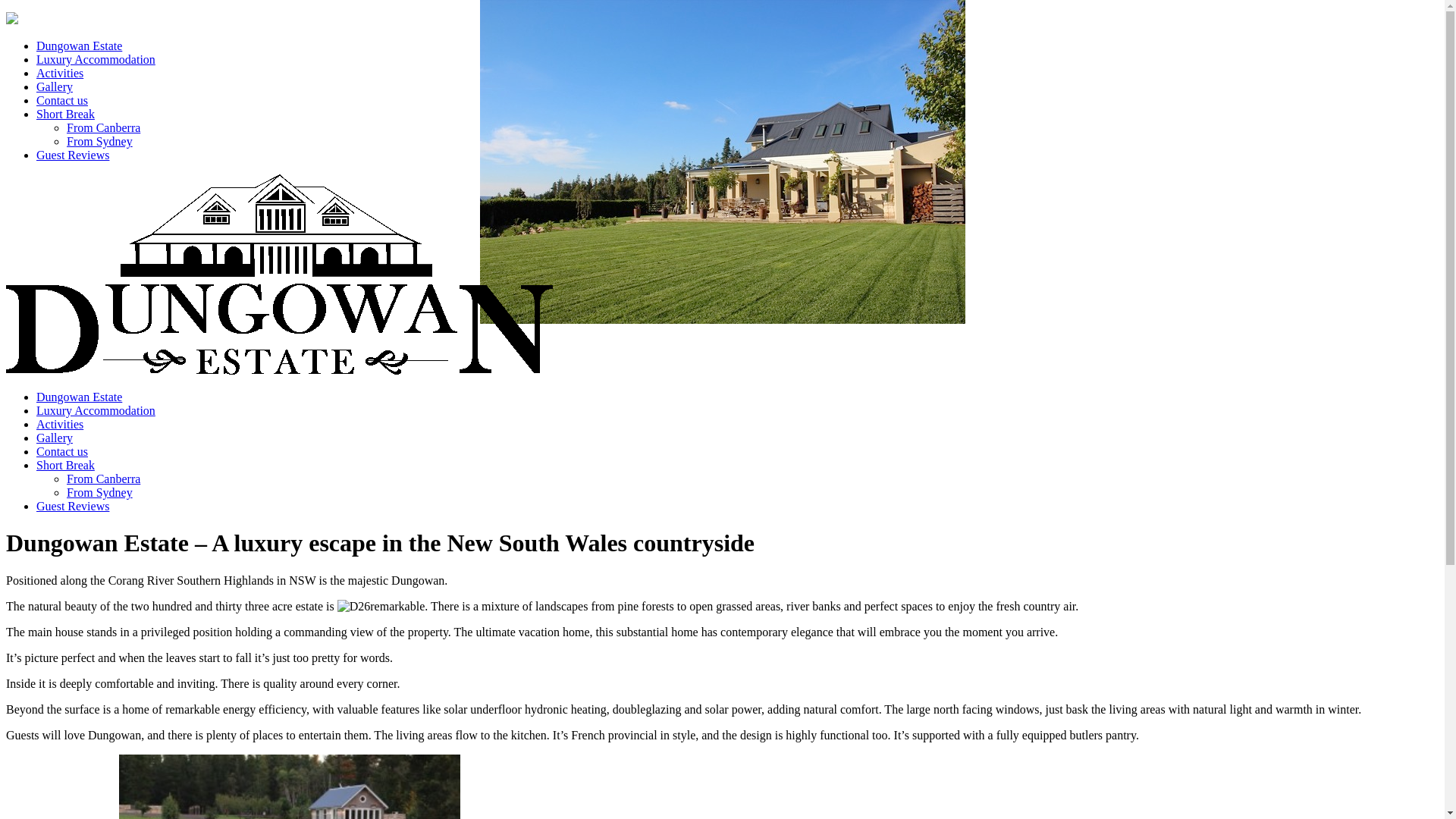 The image size is (1456, 819). What do you see at coordinates (64, 464) in the screenshot?
I see `'Short Break'` at bounding box center [64, 464].